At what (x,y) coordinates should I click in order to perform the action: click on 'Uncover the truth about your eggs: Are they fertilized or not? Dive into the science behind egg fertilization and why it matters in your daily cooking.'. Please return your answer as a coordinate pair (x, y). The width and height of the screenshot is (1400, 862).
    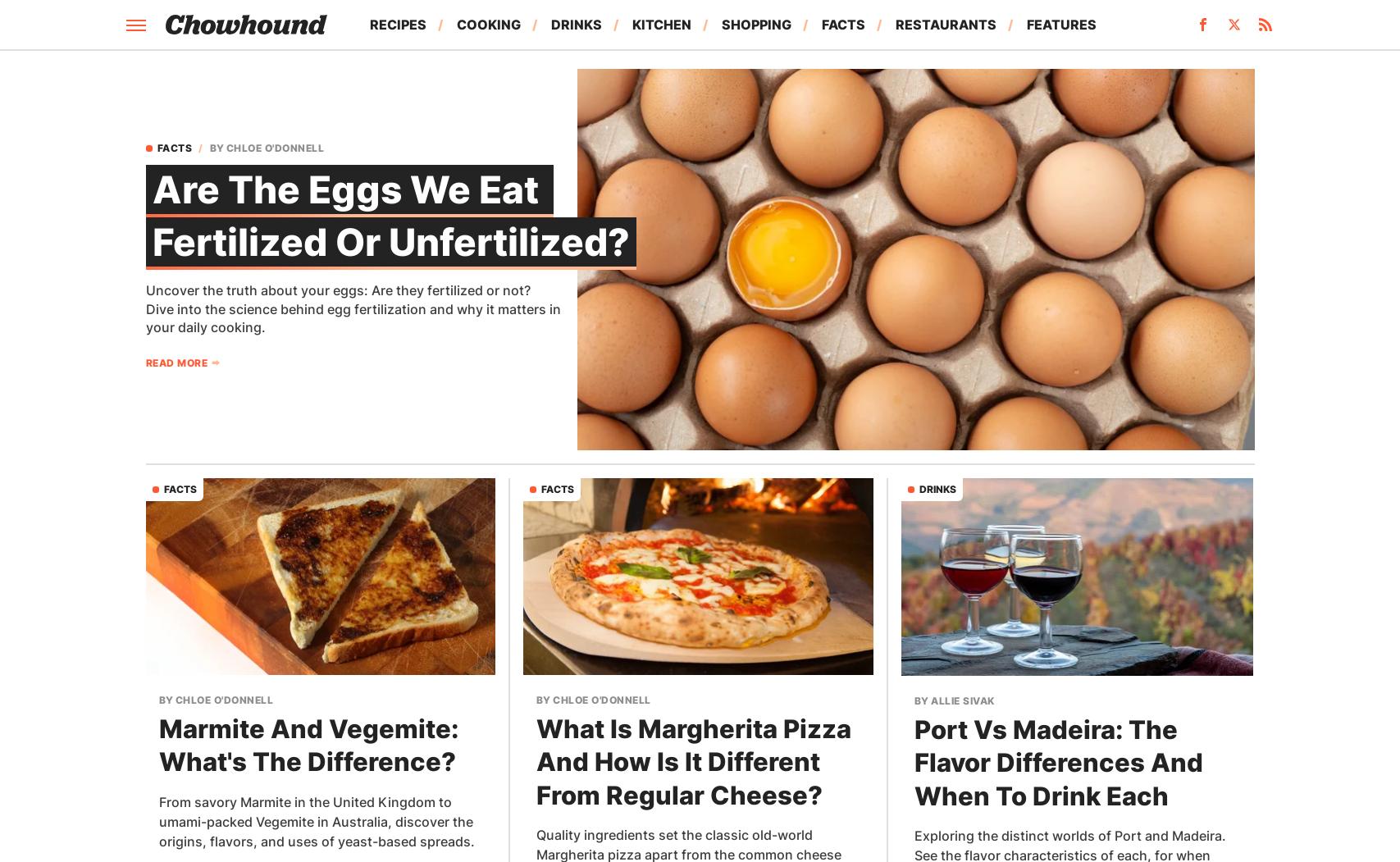
    Looking at the image, I should click on (352, 308).